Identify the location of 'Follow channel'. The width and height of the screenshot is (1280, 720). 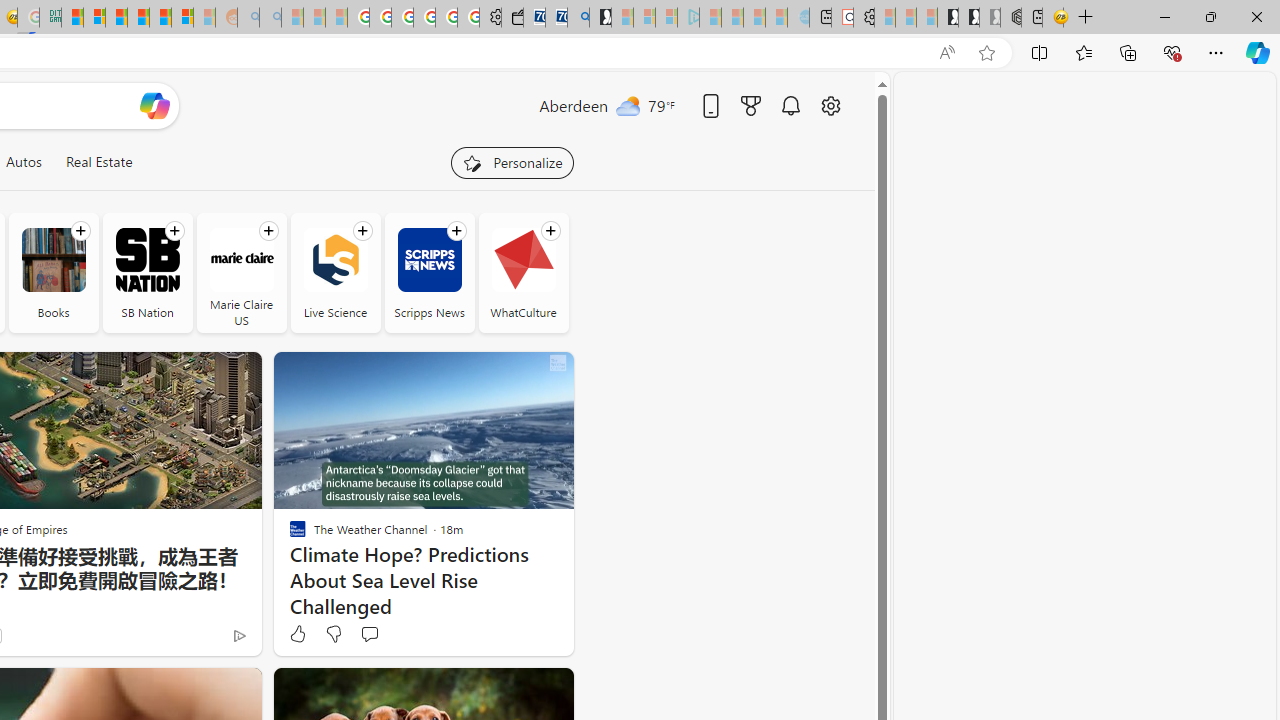
(550, 230).